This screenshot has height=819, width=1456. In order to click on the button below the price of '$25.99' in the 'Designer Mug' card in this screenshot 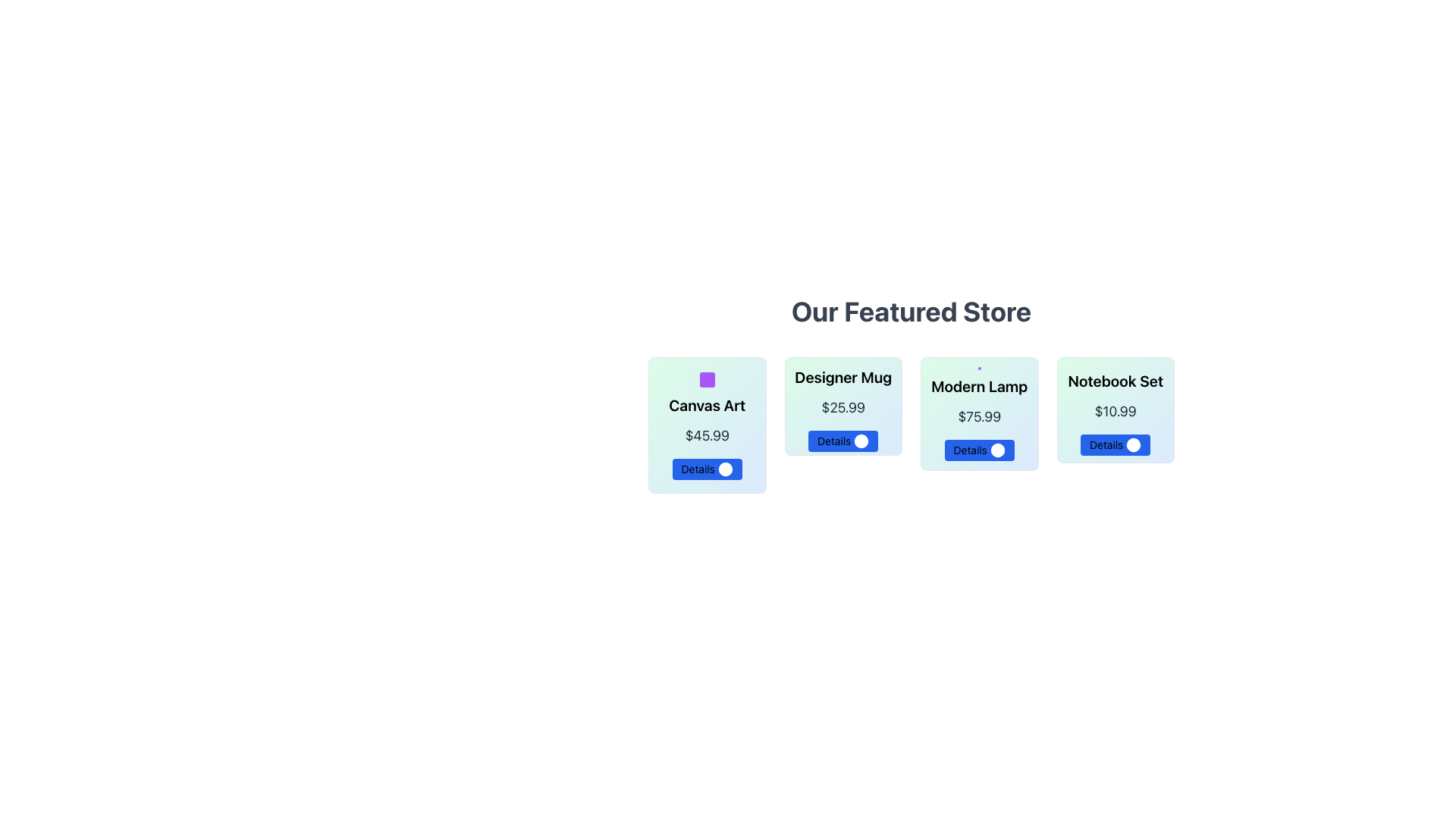, I will do `click(843, 441)`.